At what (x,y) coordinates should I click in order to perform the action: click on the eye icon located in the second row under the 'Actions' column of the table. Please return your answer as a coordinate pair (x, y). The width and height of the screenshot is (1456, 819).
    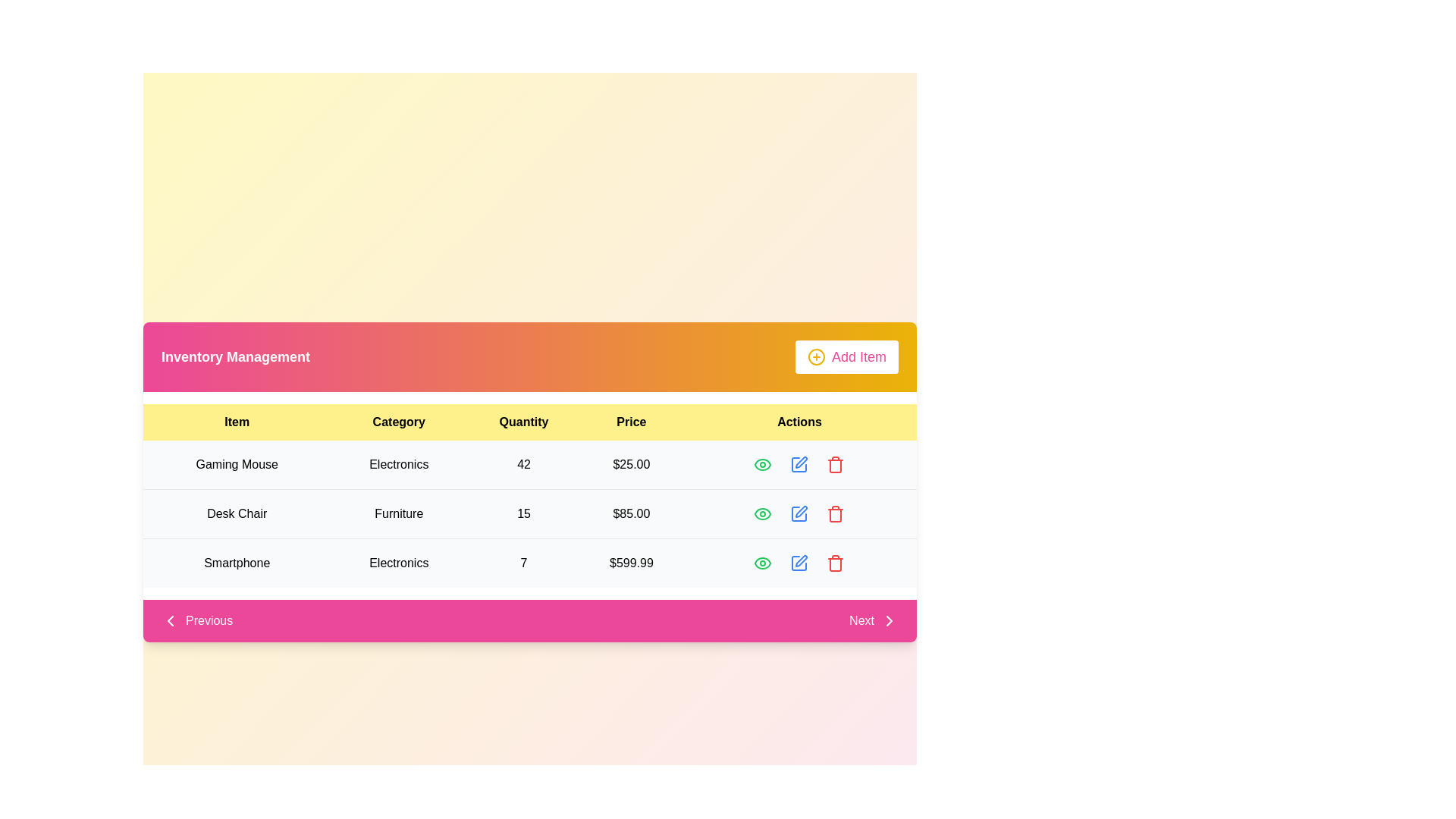
    Looking at the image, I should click on (763, 513).